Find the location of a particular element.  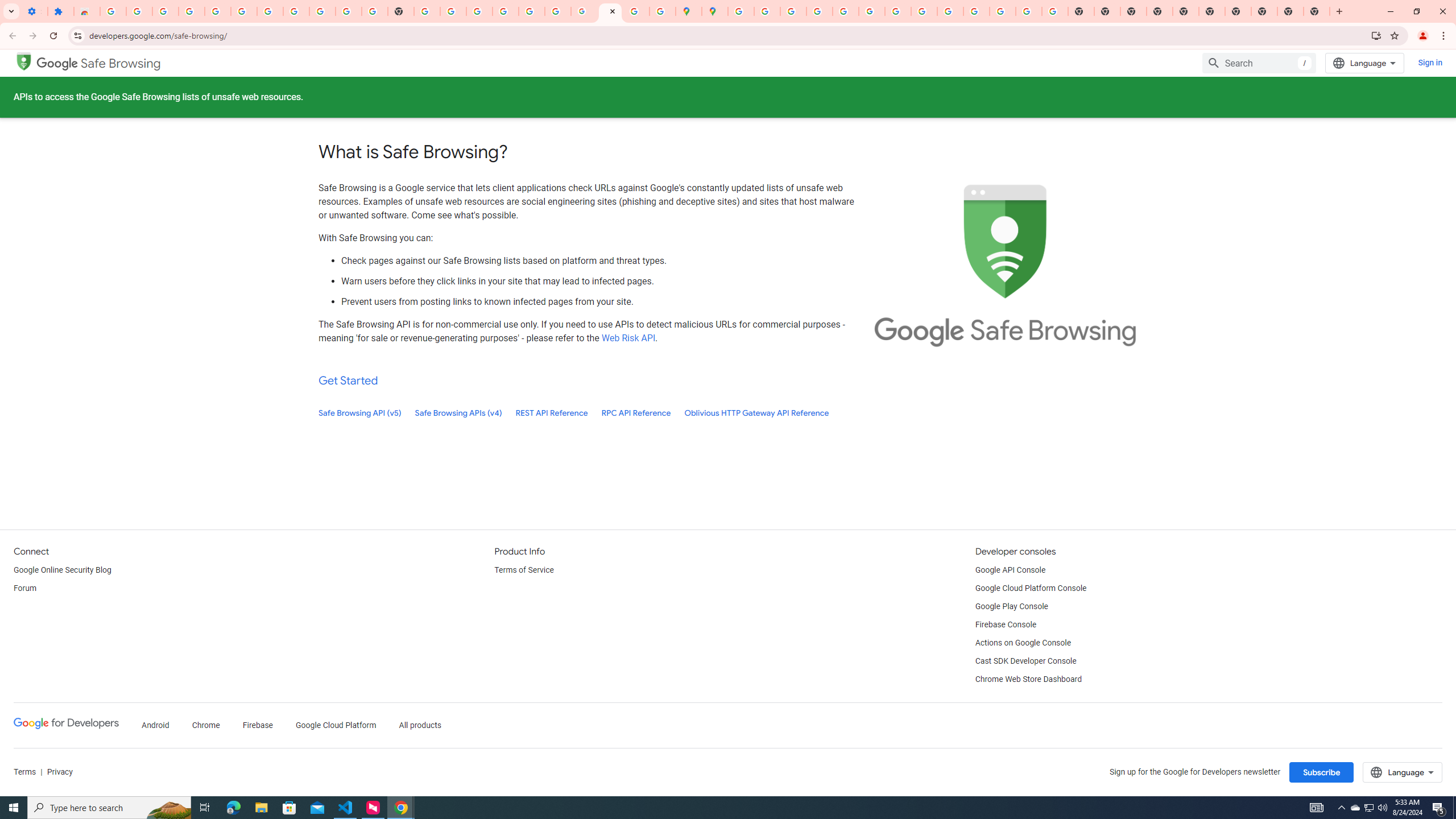

'Cast SDK Developer Console' is located at coordinates (1025, 661).